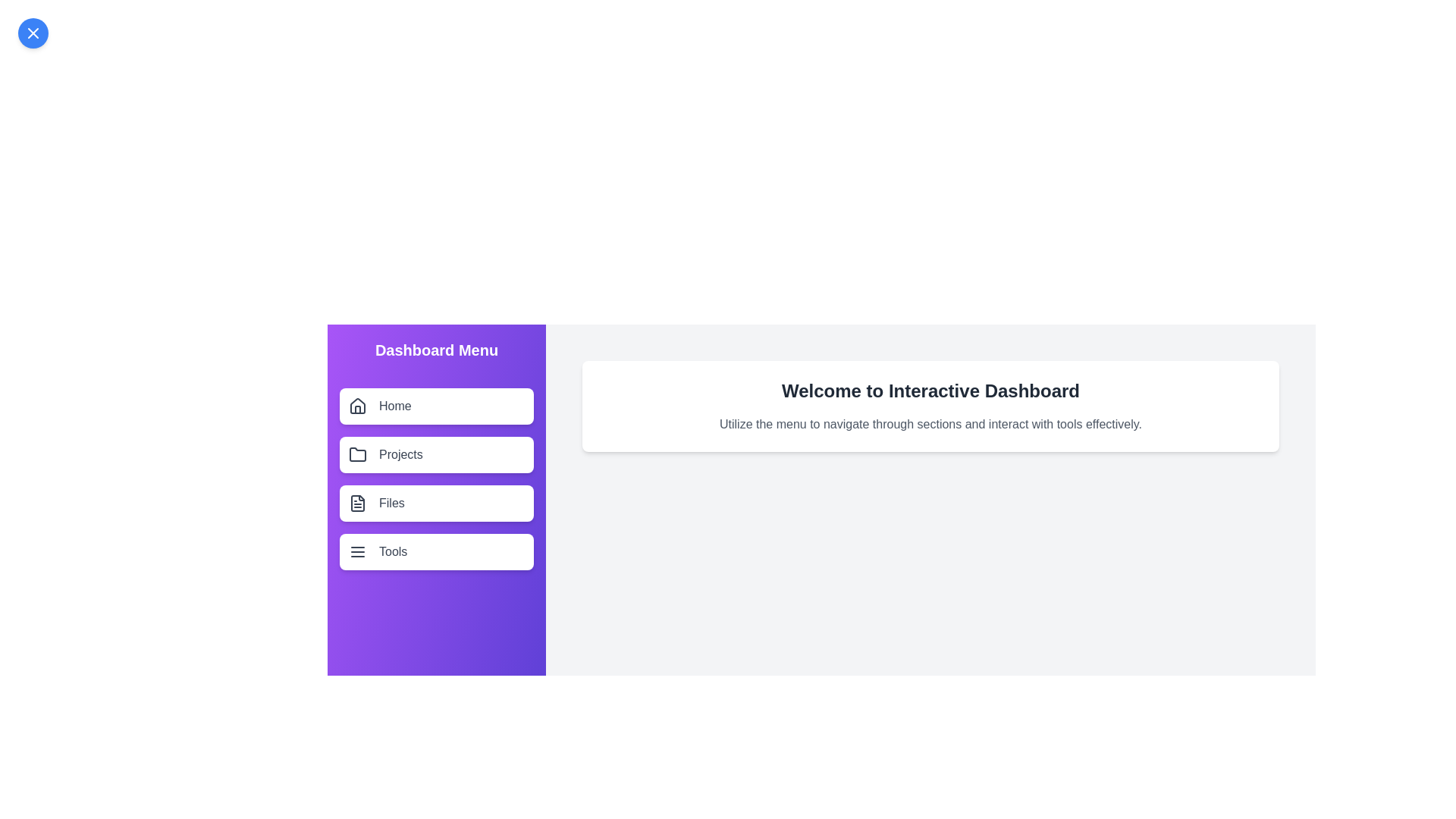 Image resolution: width=1456 pixels, height=819 pixels. Describe the element at coordinates (436, 454) in the screenshot. I see `the menu item labeled 'Projects' to observe visual feedback` at that location.